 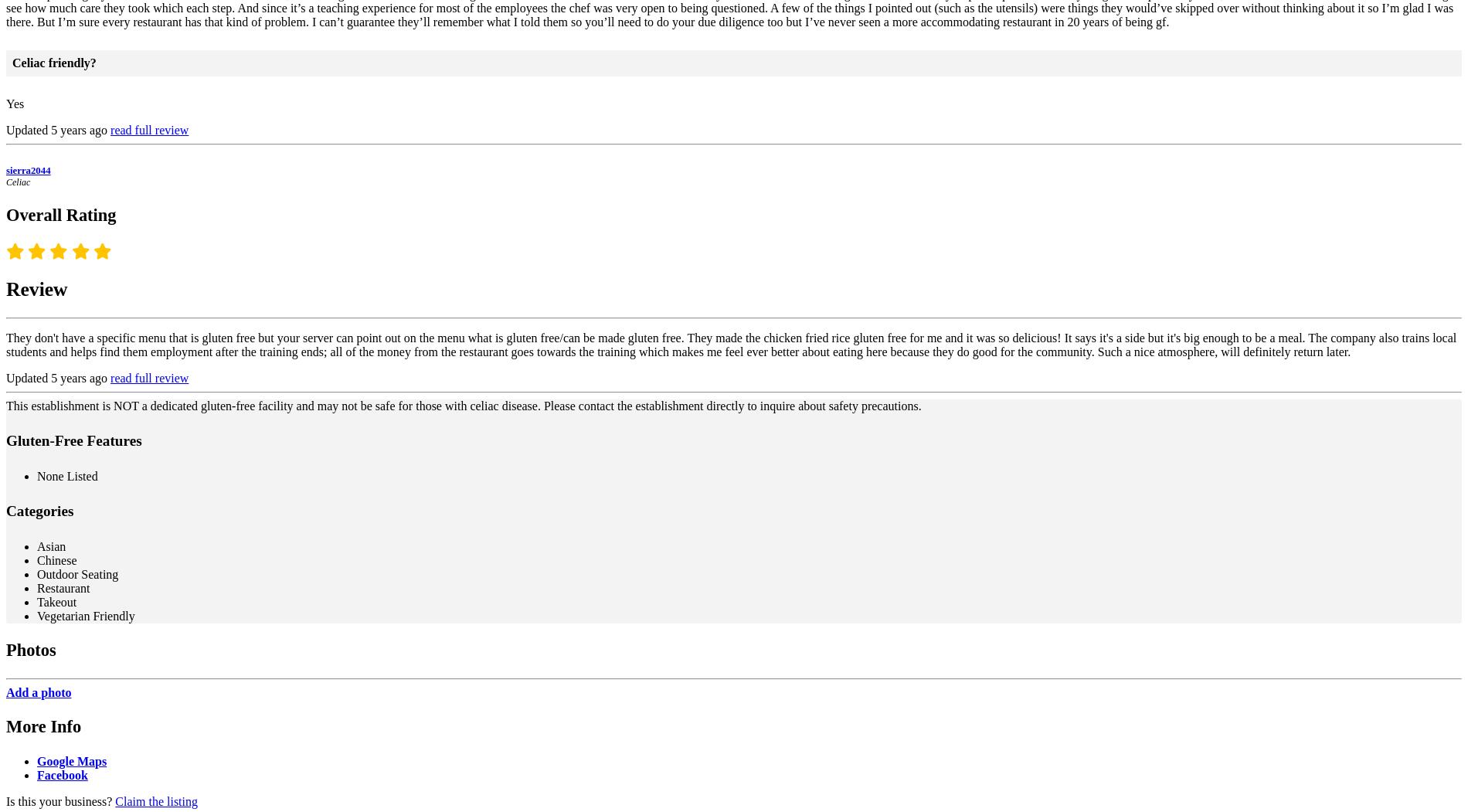 I want to click on 'Restaurant', so click(x=63, y=588).